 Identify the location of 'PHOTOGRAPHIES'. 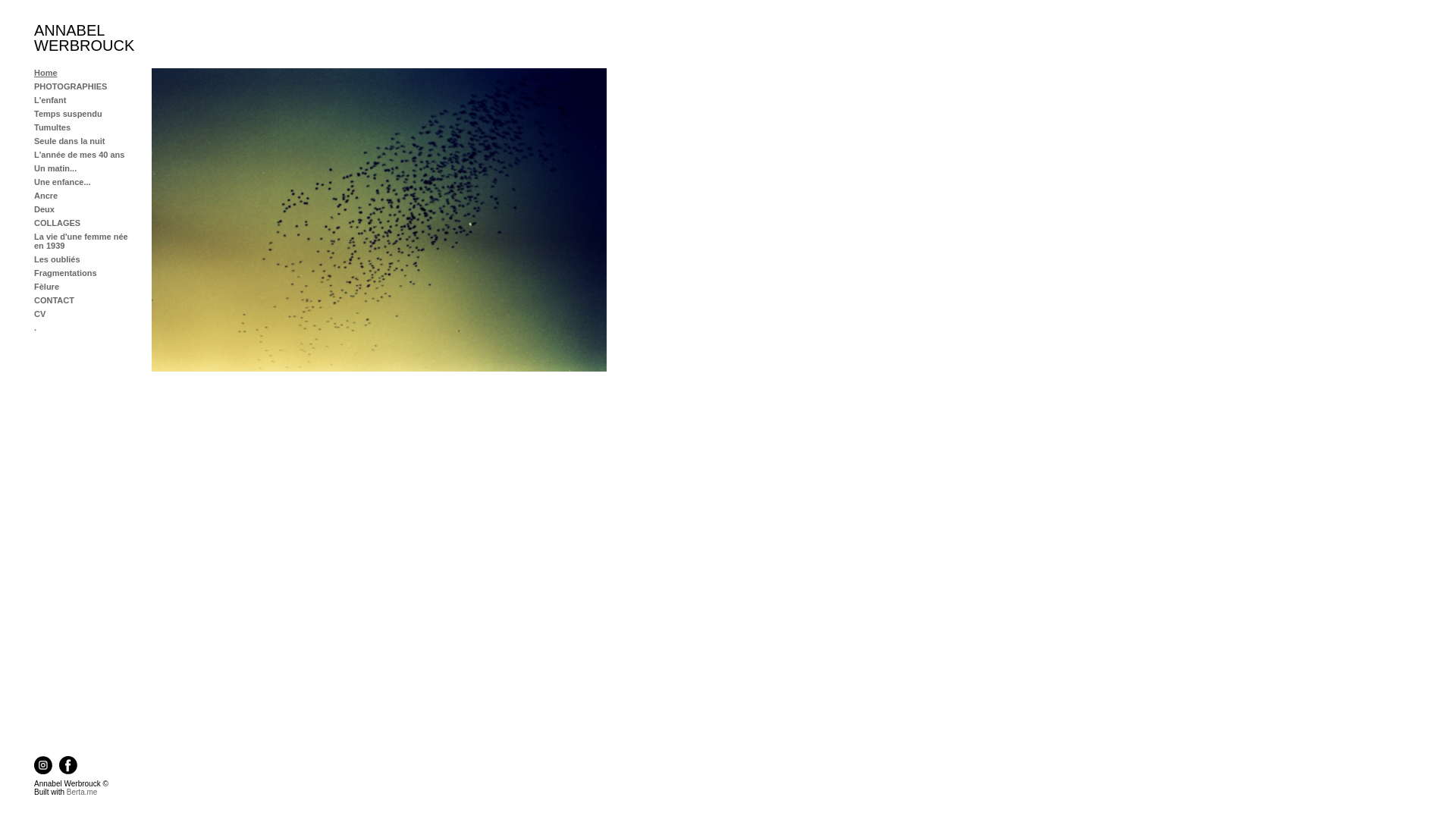
(69, 86).